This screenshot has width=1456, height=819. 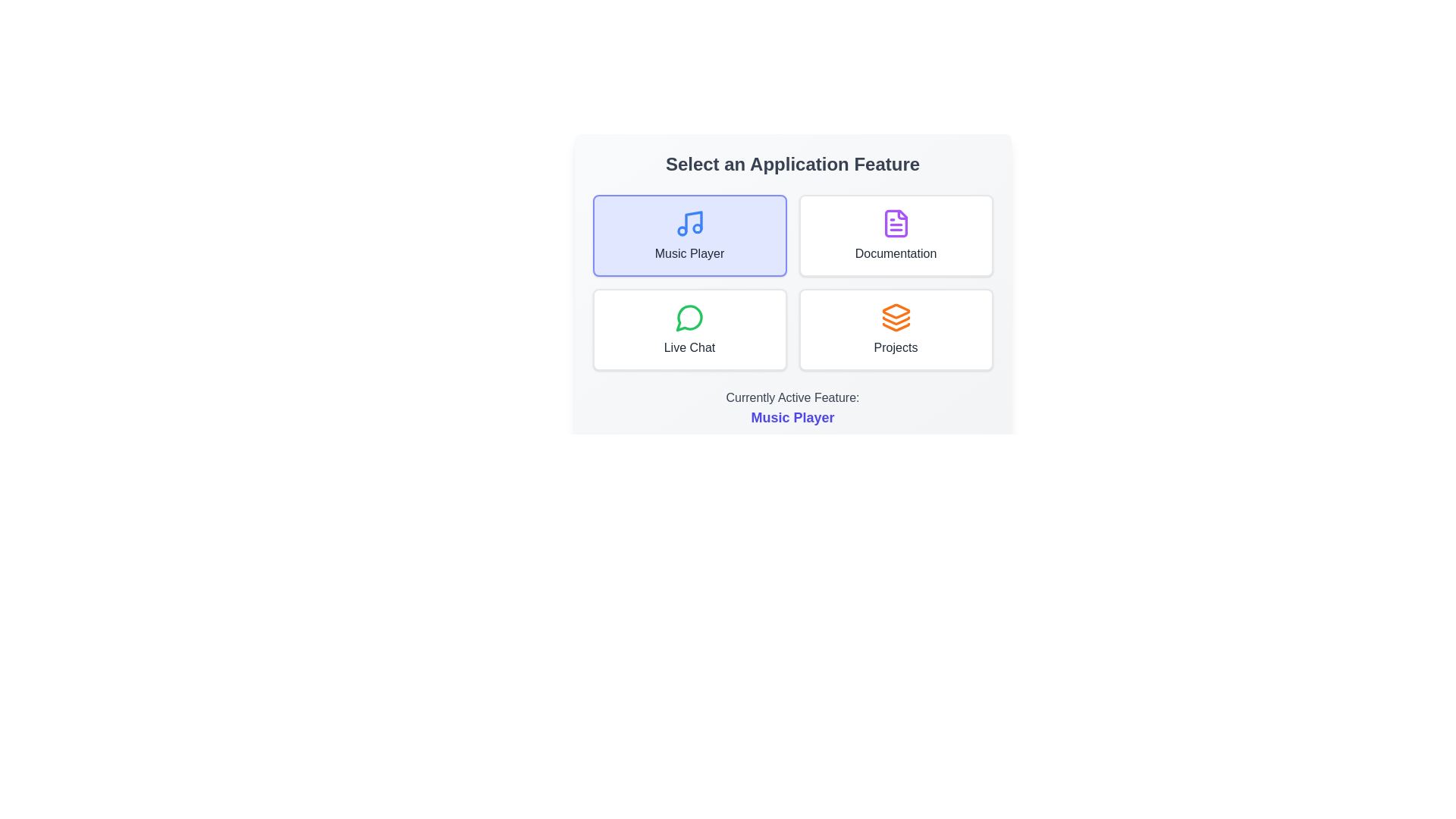 I want to click on the feature Documentation by clicking on its button, so click(x=896, y=236).